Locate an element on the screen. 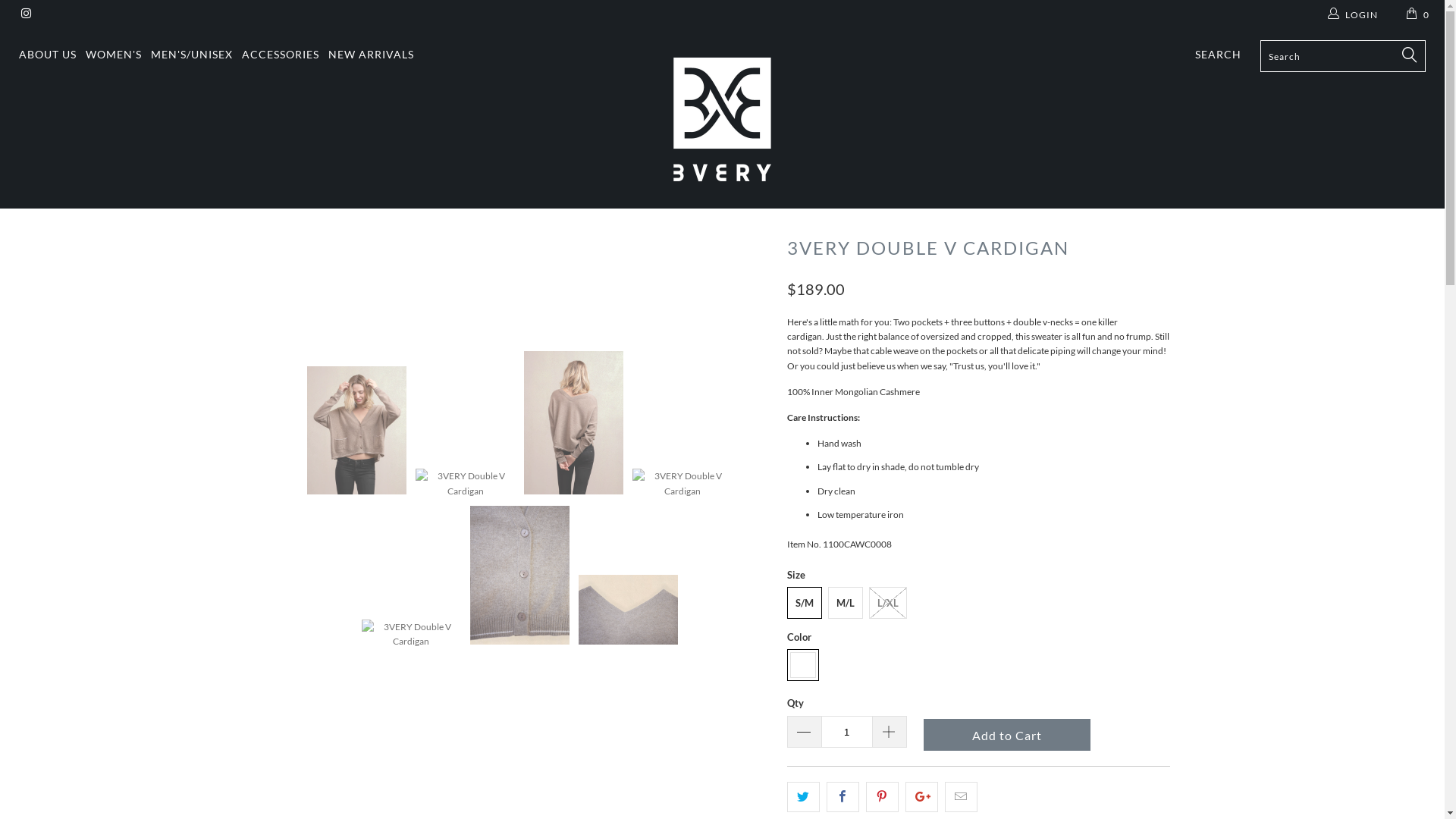  'Share this on Facebook' is located at coordinates (825, 795).